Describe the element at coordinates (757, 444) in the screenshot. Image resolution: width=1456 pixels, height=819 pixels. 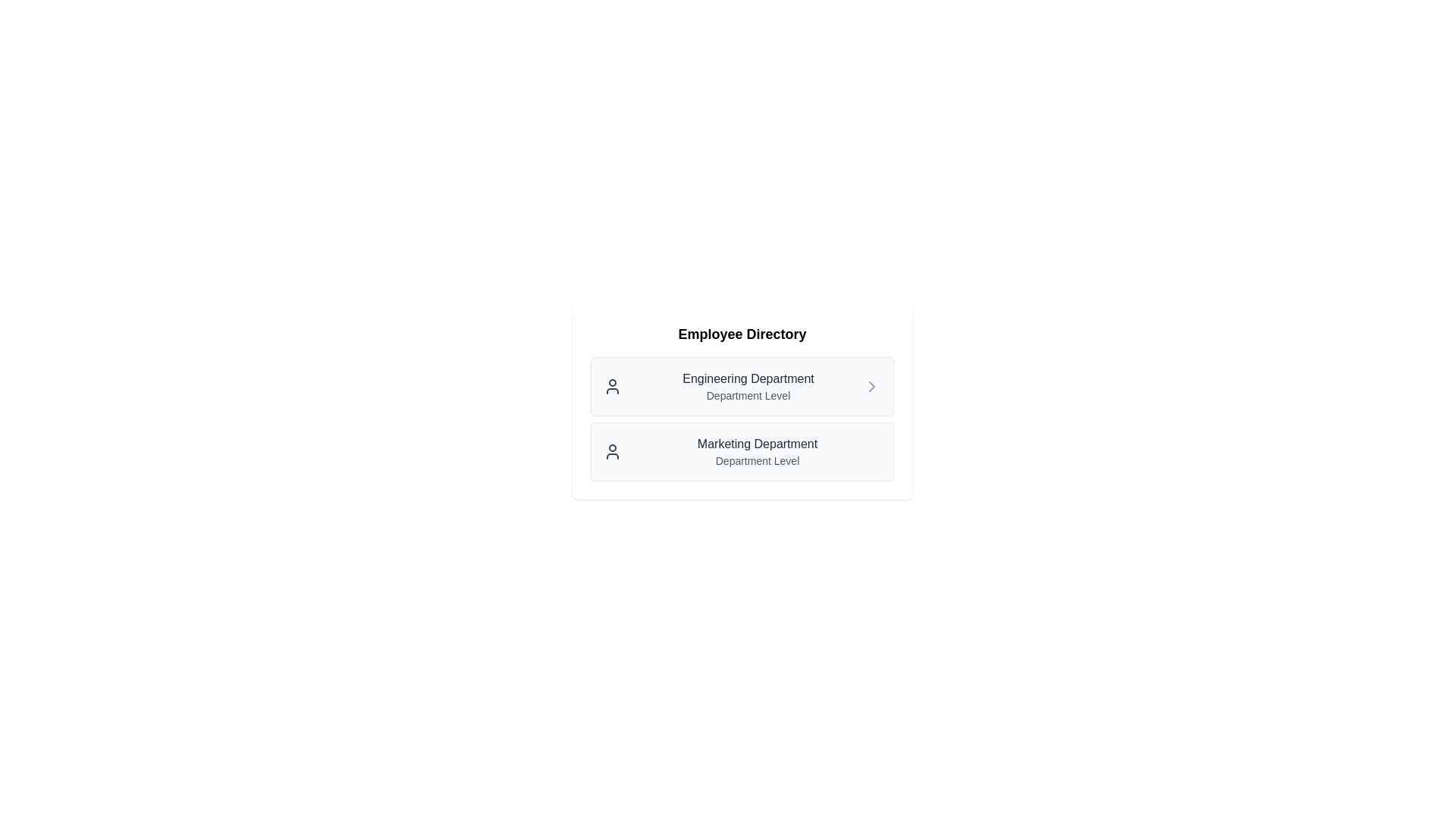
I see `the 'Marketing Department' text label located in the second entry of the organizational directory, which is positioned above the 'Department Level' text` at that location.